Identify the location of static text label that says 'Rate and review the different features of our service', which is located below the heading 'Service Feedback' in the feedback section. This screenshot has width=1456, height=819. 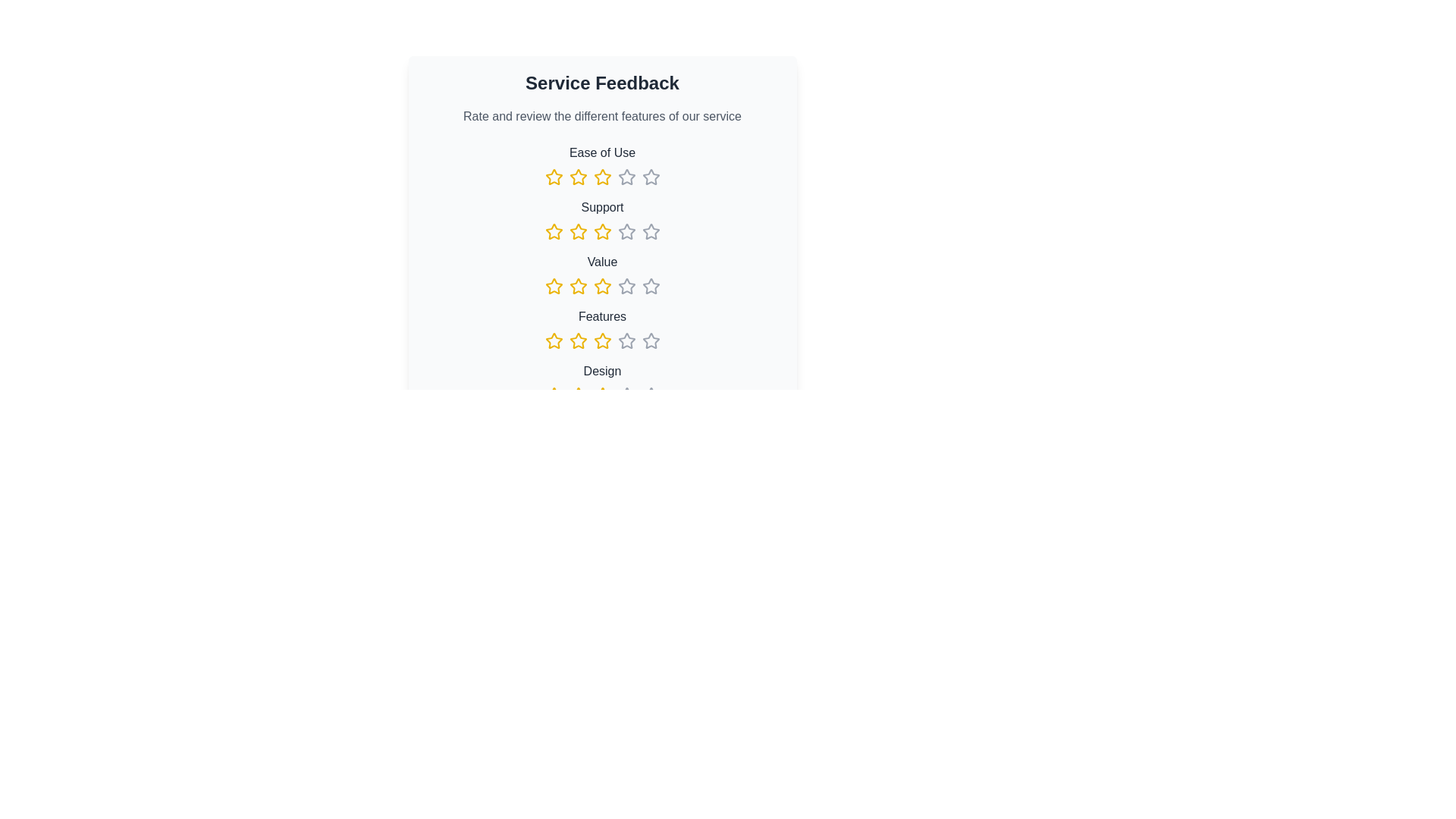
(601, 116).